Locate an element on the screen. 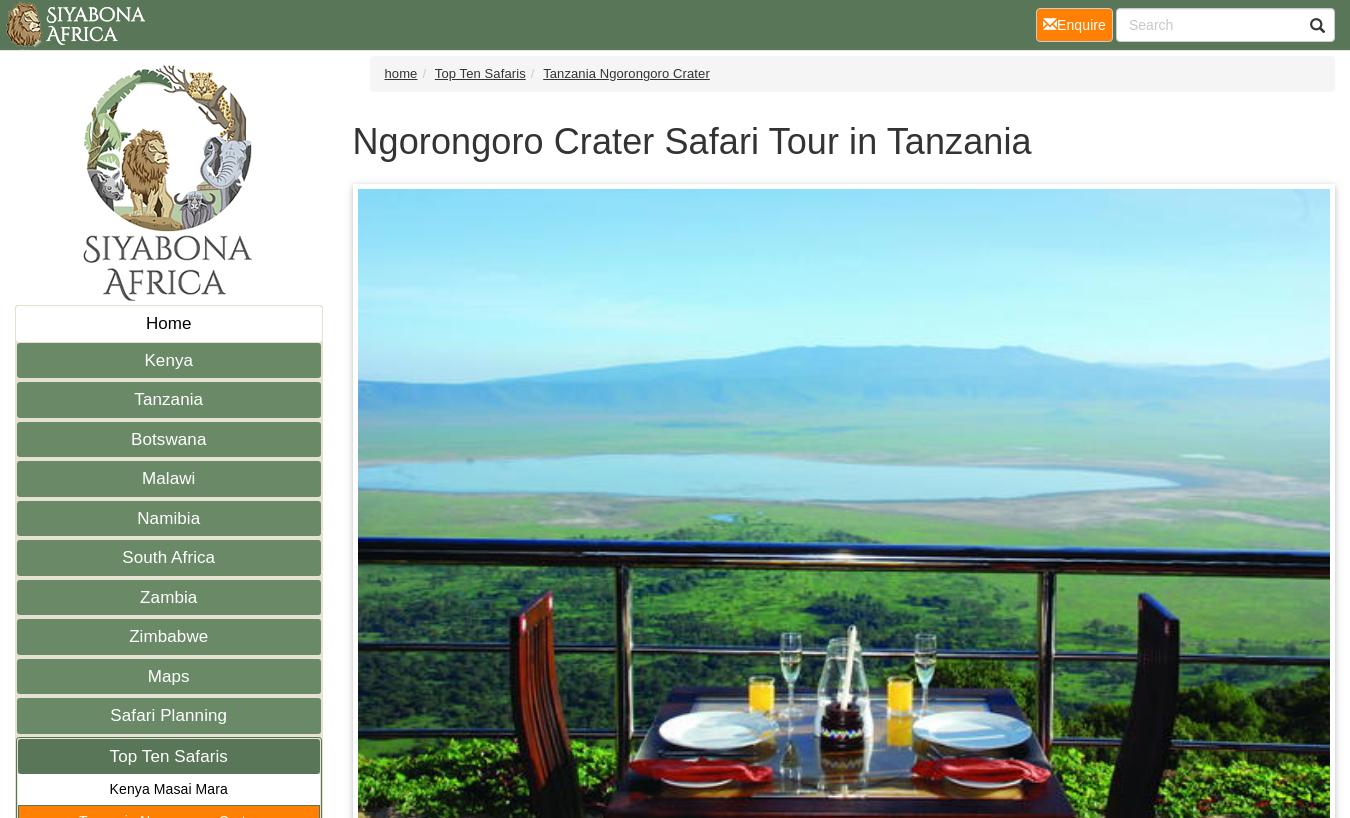 This screenshot has height=818, width=1350. 'Ngorongoro Crater Safari Tour in Tanzania' is located at coordinates (690, 139).